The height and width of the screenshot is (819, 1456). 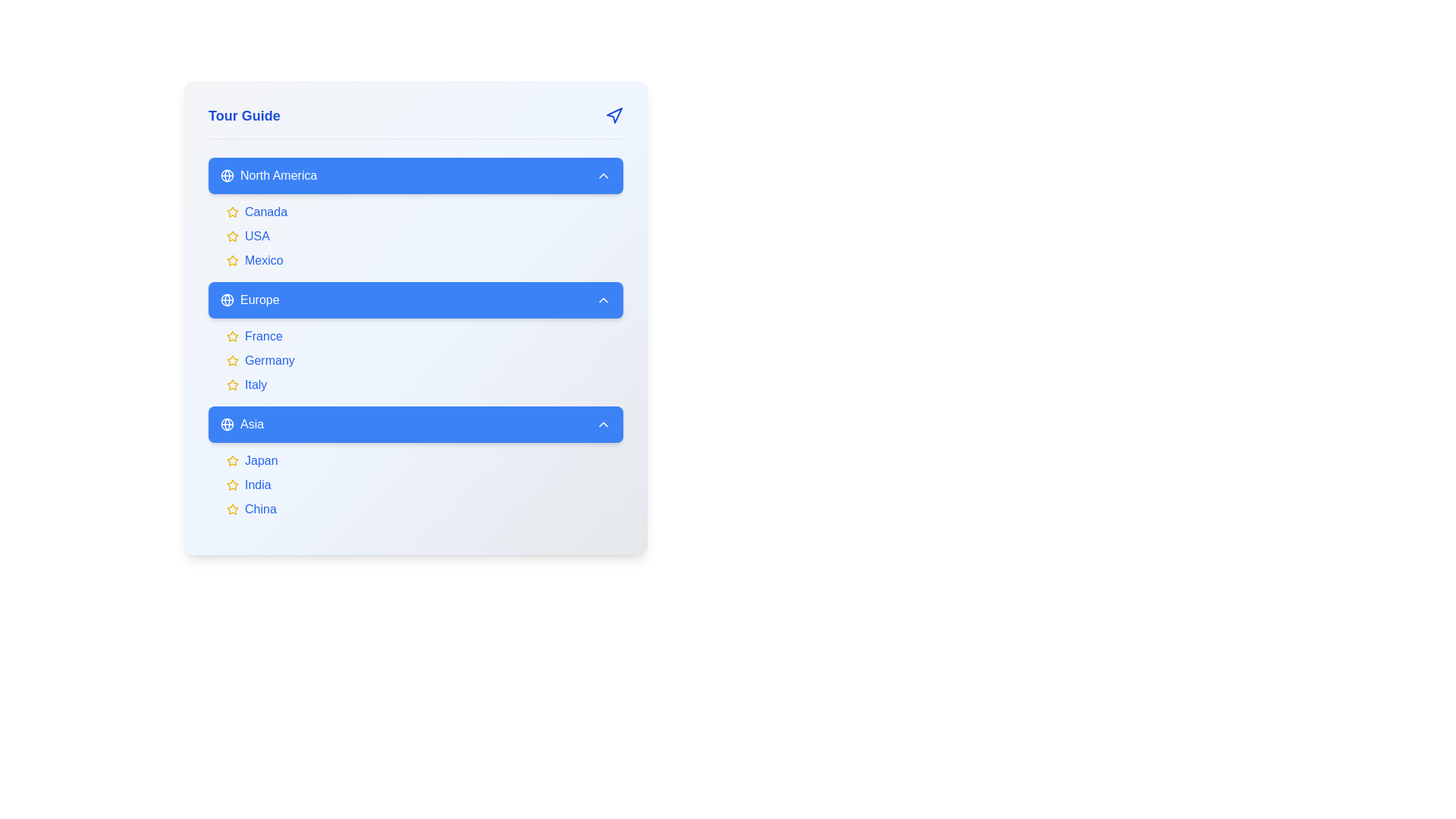 I want to click on the hyperlink labeled 'France' which is styled with an underline appearance when hovered, located under the 'Europe' heading in the list, so click(x=263, y=335).